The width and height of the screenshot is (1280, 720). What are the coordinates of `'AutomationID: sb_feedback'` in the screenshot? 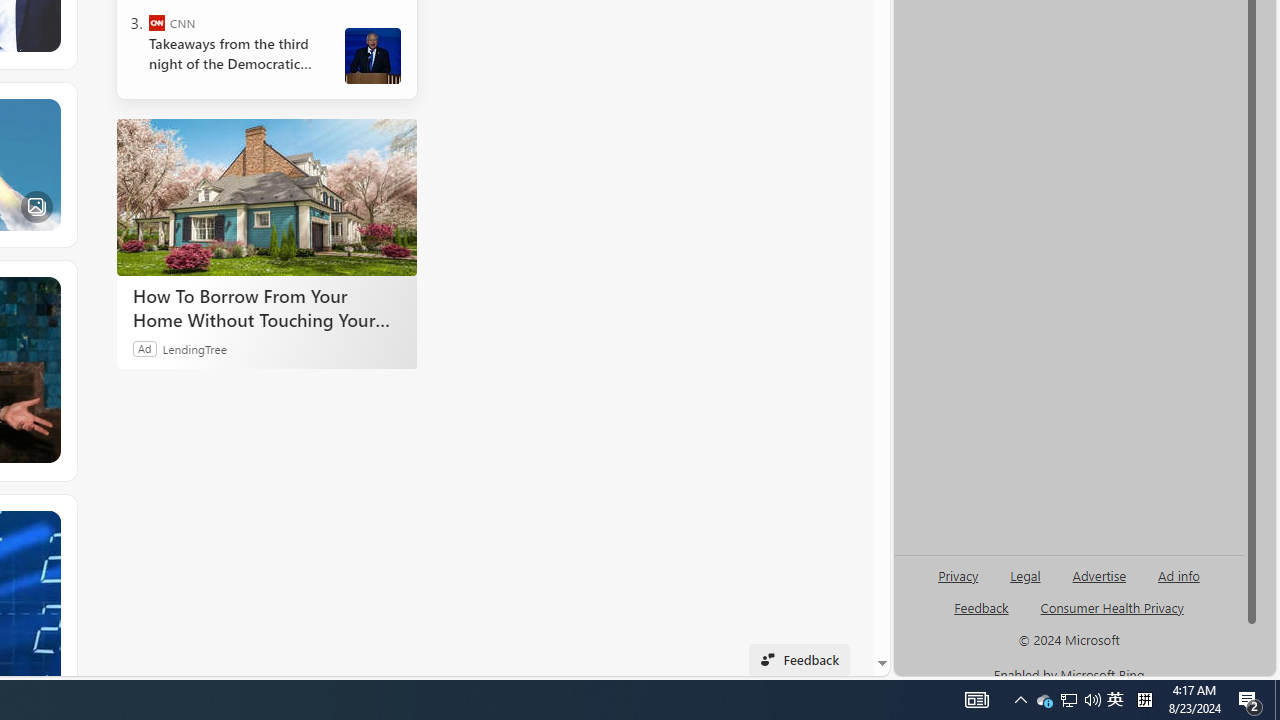 It's located at (981, 606).